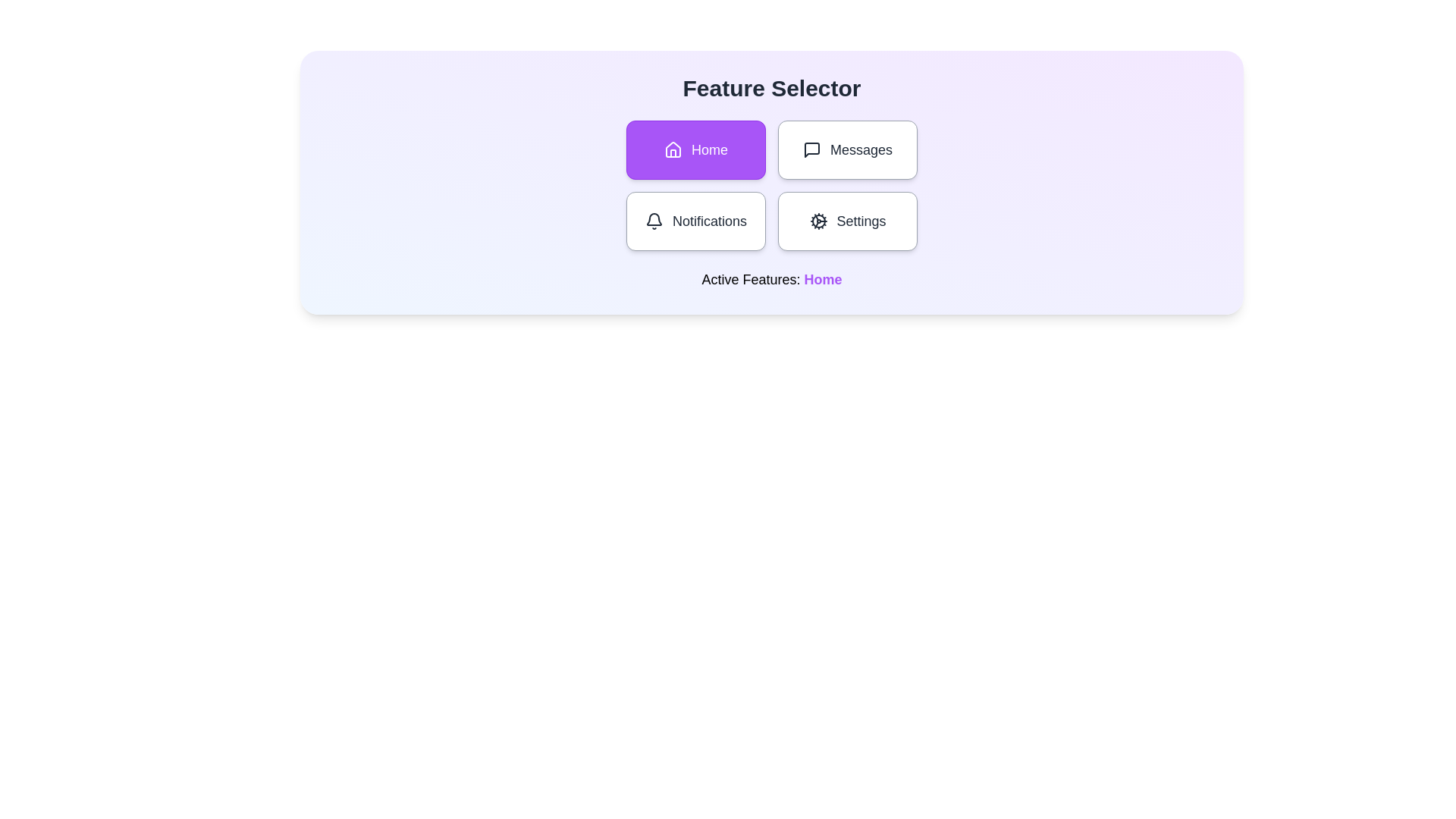 The image size is (1456, 819). Describe the element at coordinates (817, 221) in the screenshot. I see `the 'Settings' icon located in the fourth button of the grid at the bottom-right corner of the feature selector interface` at that location.